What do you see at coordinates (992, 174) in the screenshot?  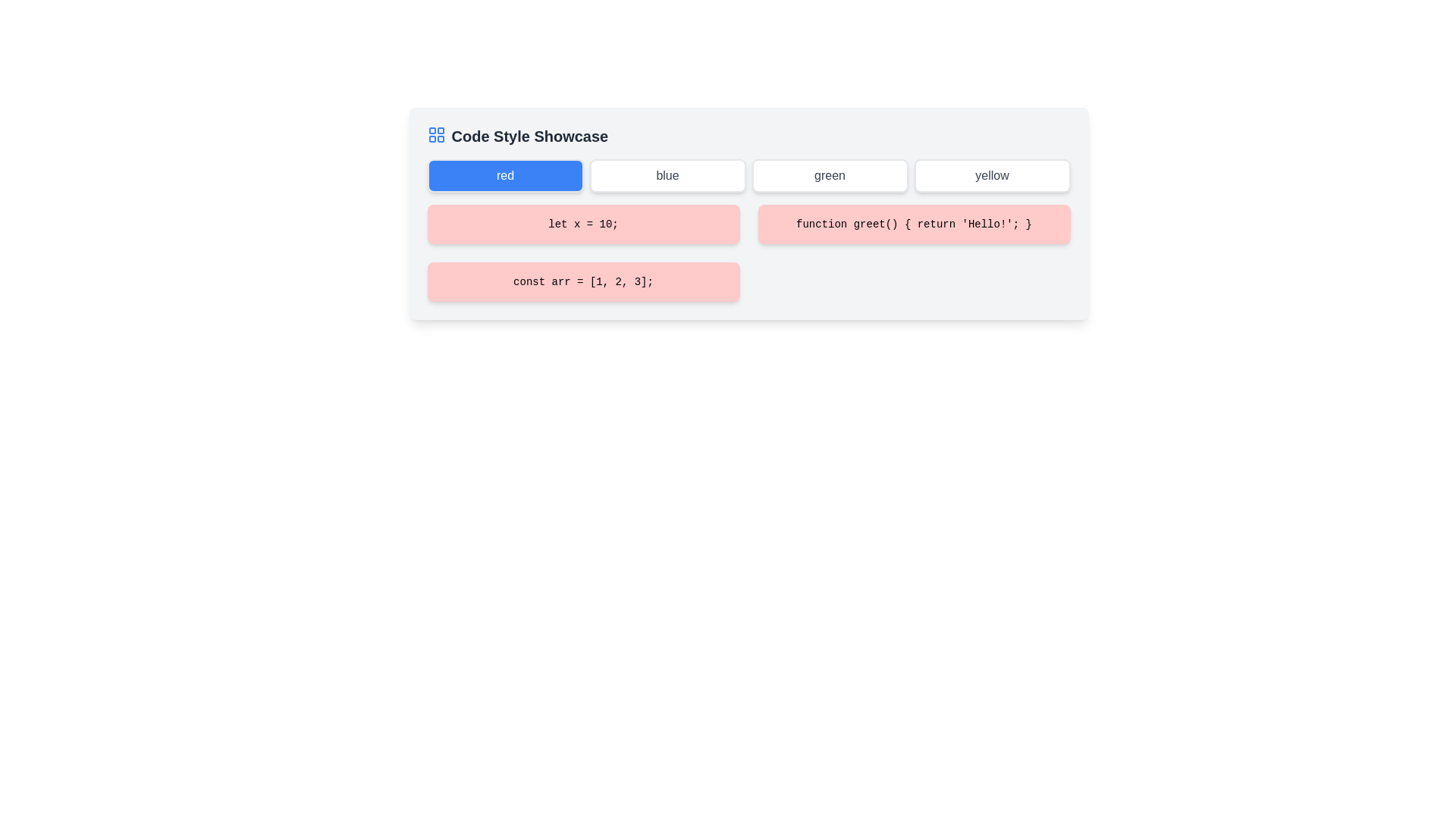 I see `the button labeled 'yellow', which is the fourth button in a horizontal series within the 'Code Style Showcase' section` at bounding box center [992, 174].